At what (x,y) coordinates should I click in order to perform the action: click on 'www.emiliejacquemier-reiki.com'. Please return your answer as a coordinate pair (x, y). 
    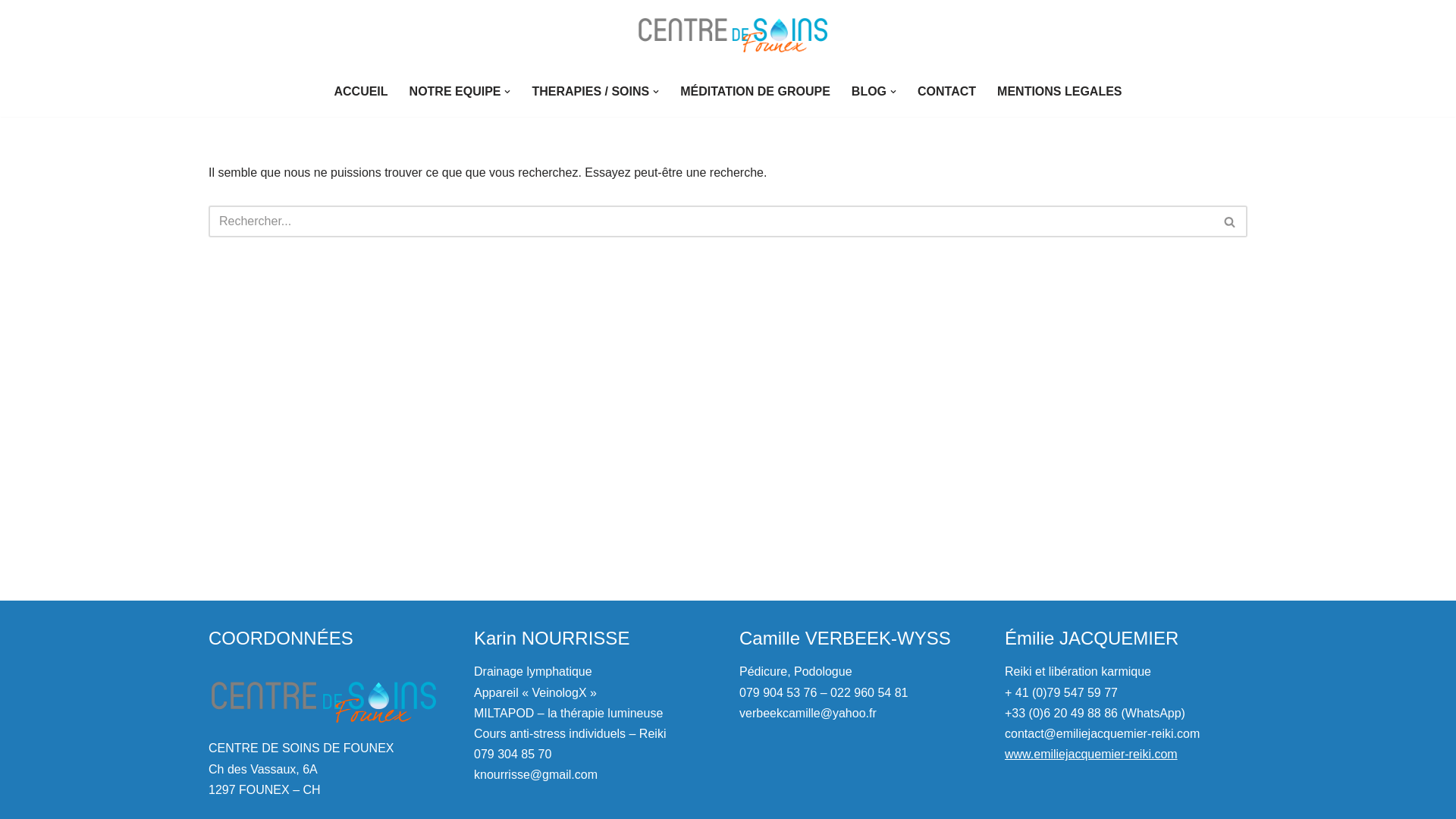
    Looking at the image, I should click on (1004, 754).